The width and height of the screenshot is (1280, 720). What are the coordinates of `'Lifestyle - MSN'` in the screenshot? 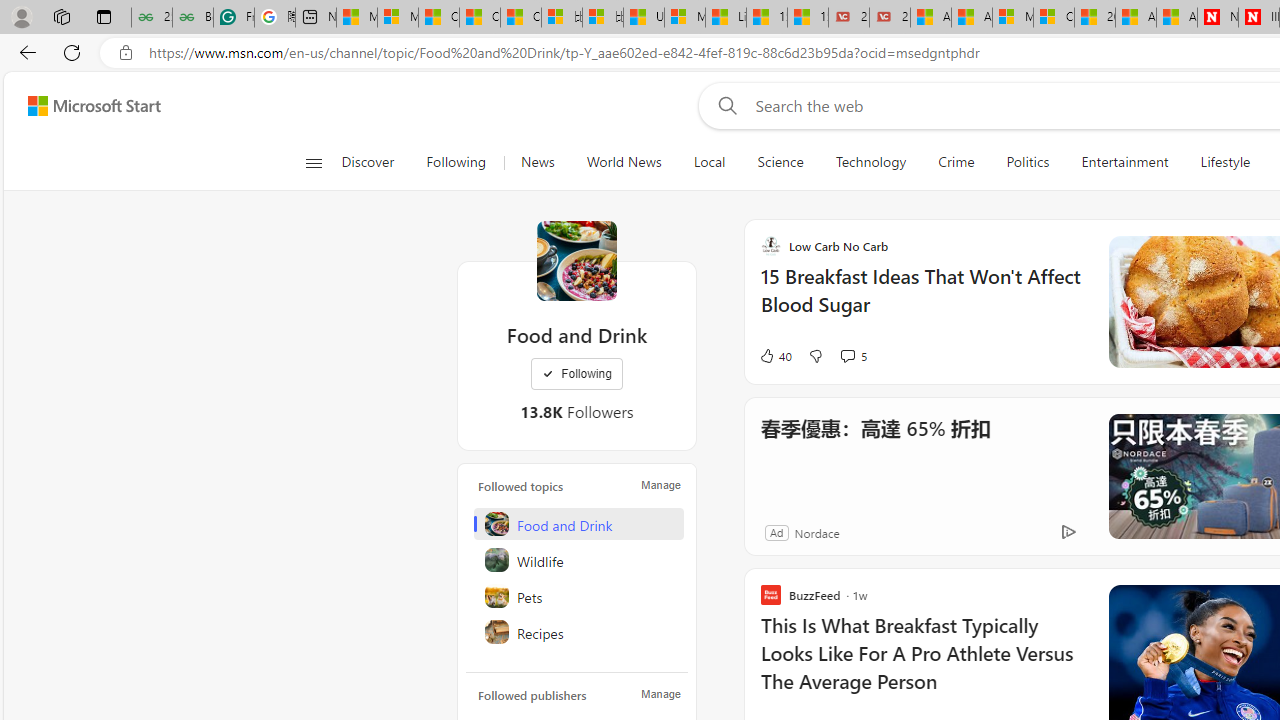 It's located at (725, 17).